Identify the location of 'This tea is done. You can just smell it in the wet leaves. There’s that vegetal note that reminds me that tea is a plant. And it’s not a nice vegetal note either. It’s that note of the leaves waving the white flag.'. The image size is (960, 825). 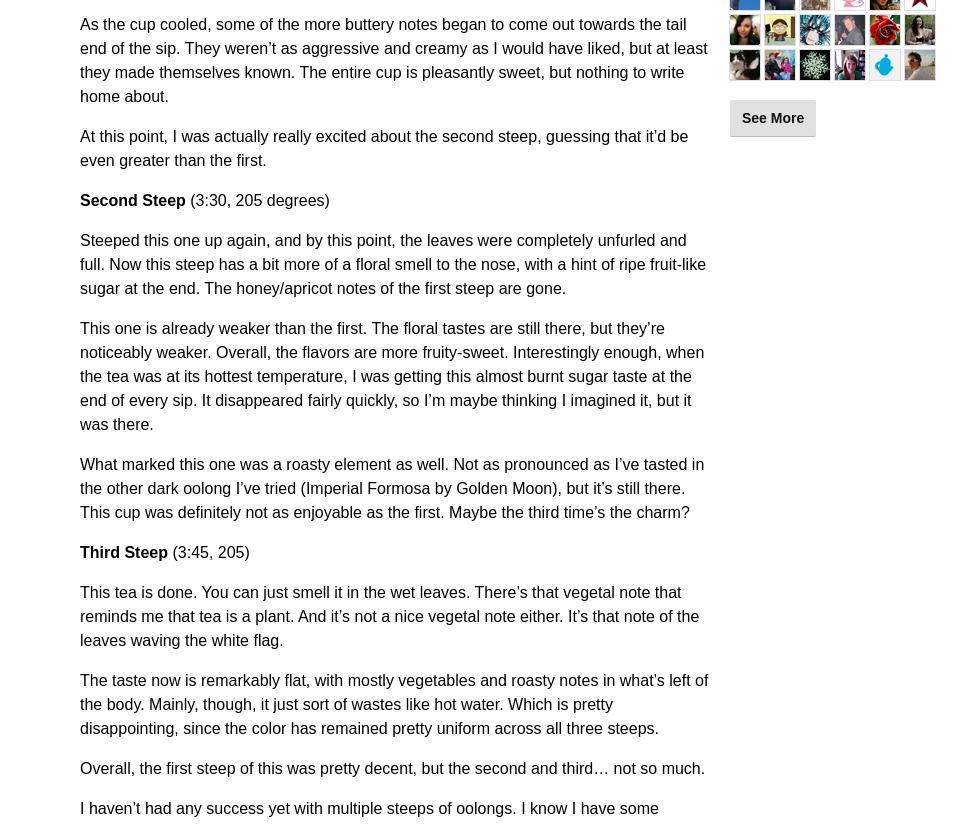
(79, 616).